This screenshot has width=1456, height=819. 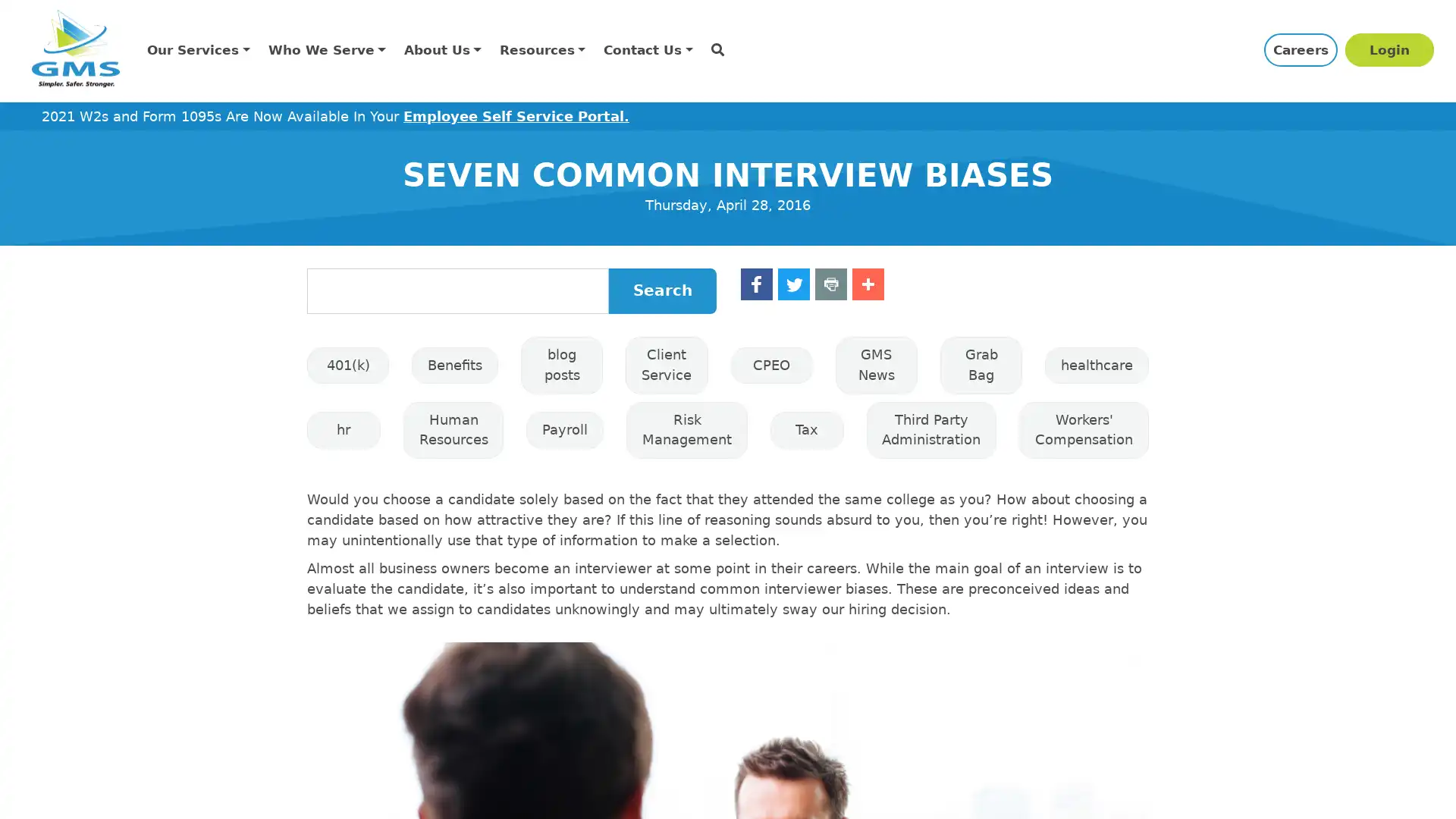 I want to click on Share to More More 1, so click(x=1020, y=286).